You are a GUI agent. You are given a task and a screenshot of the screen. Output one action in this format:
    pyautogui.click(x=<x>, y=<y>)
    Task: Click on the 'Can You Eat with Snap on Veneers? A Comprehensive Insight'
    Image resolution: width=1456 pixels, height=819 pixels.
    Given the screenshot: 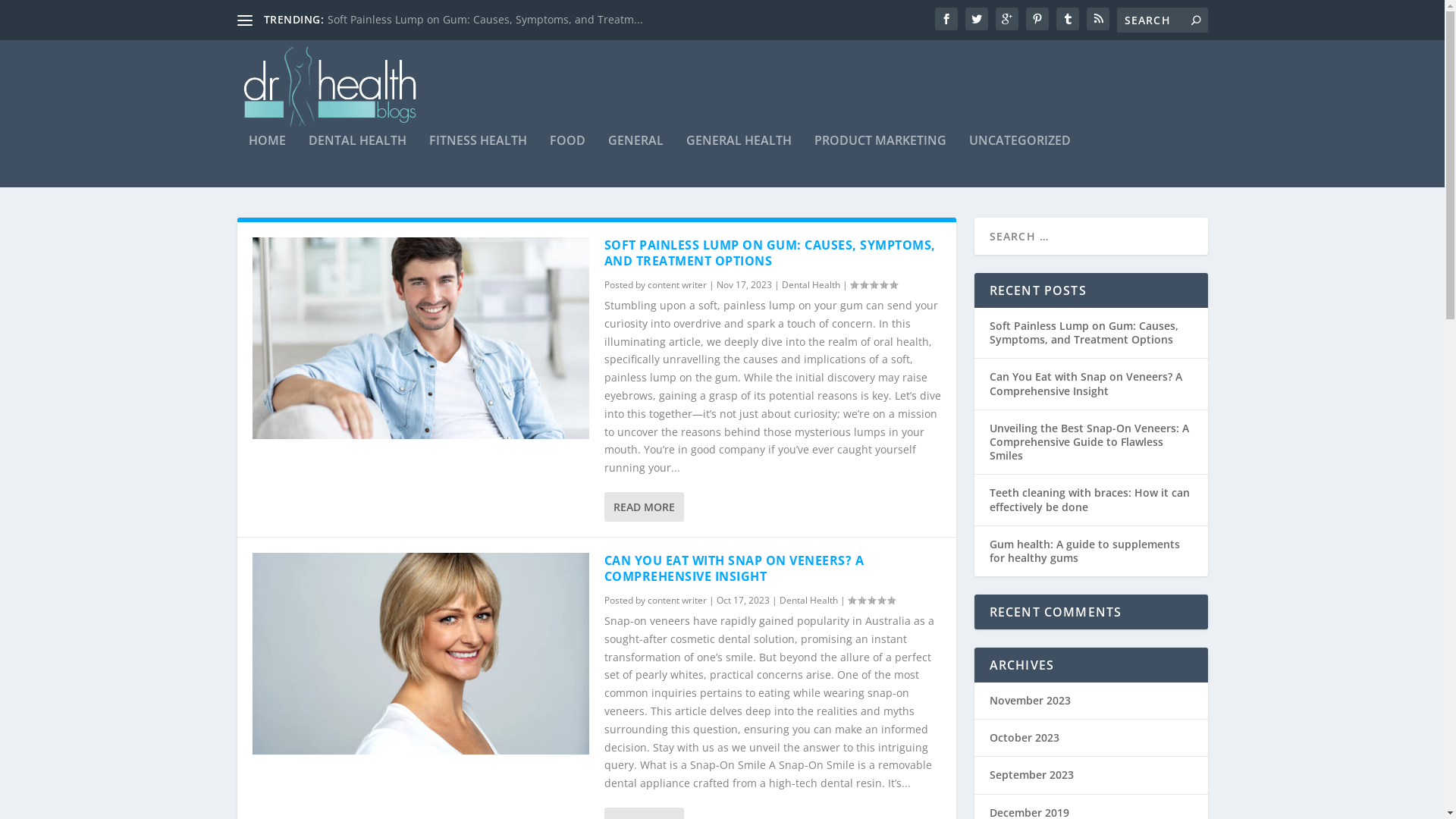 What is the action you would take?
    pyautogui.click(x=419, y=652)
    